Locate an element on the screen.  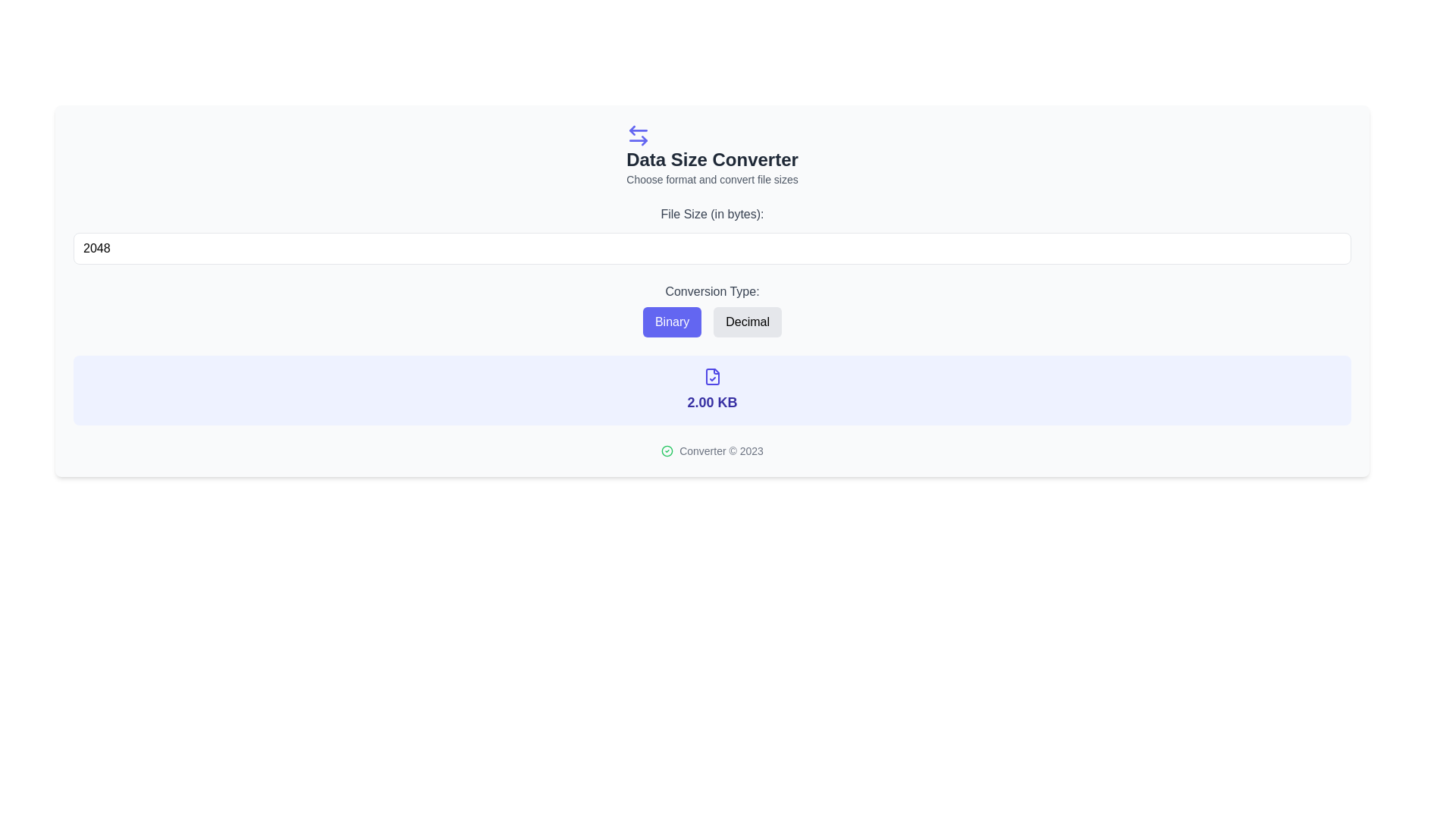
the leftmost subelement of the left-right arrow icon within the 'Data Size Converter' label, which visually contributes to the icon's representation of bi-directional navigation is located at coordinates (632, 130).